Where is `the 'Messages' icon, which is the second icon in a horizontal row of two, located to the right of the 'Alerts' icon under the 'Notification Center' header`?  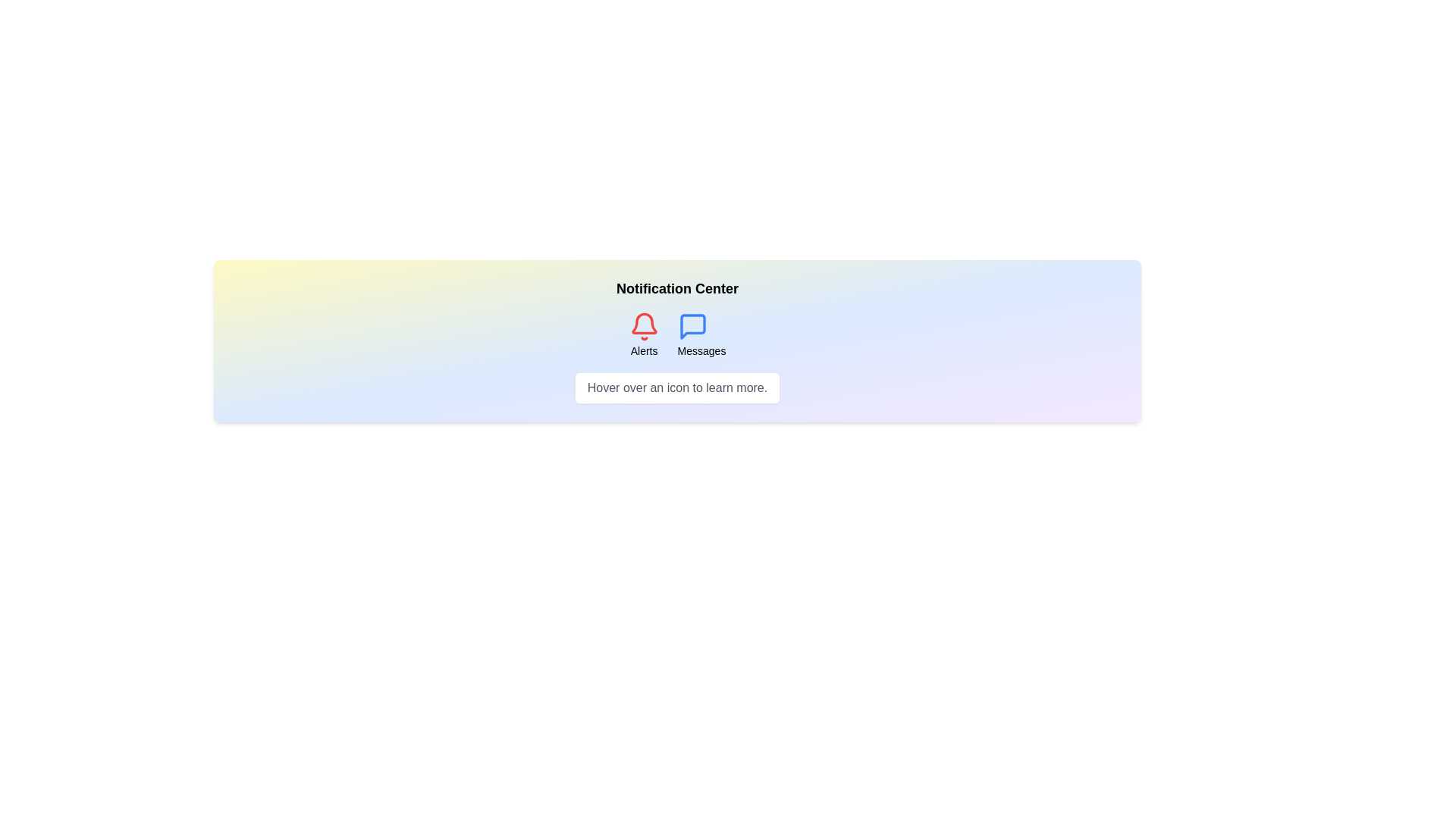
the 'Messages' icon, which is the second icon in a horizontal row of two, located to the right of the 'Alerts' icon under the 'Notification Center' header is located at coordinates (692, 326).